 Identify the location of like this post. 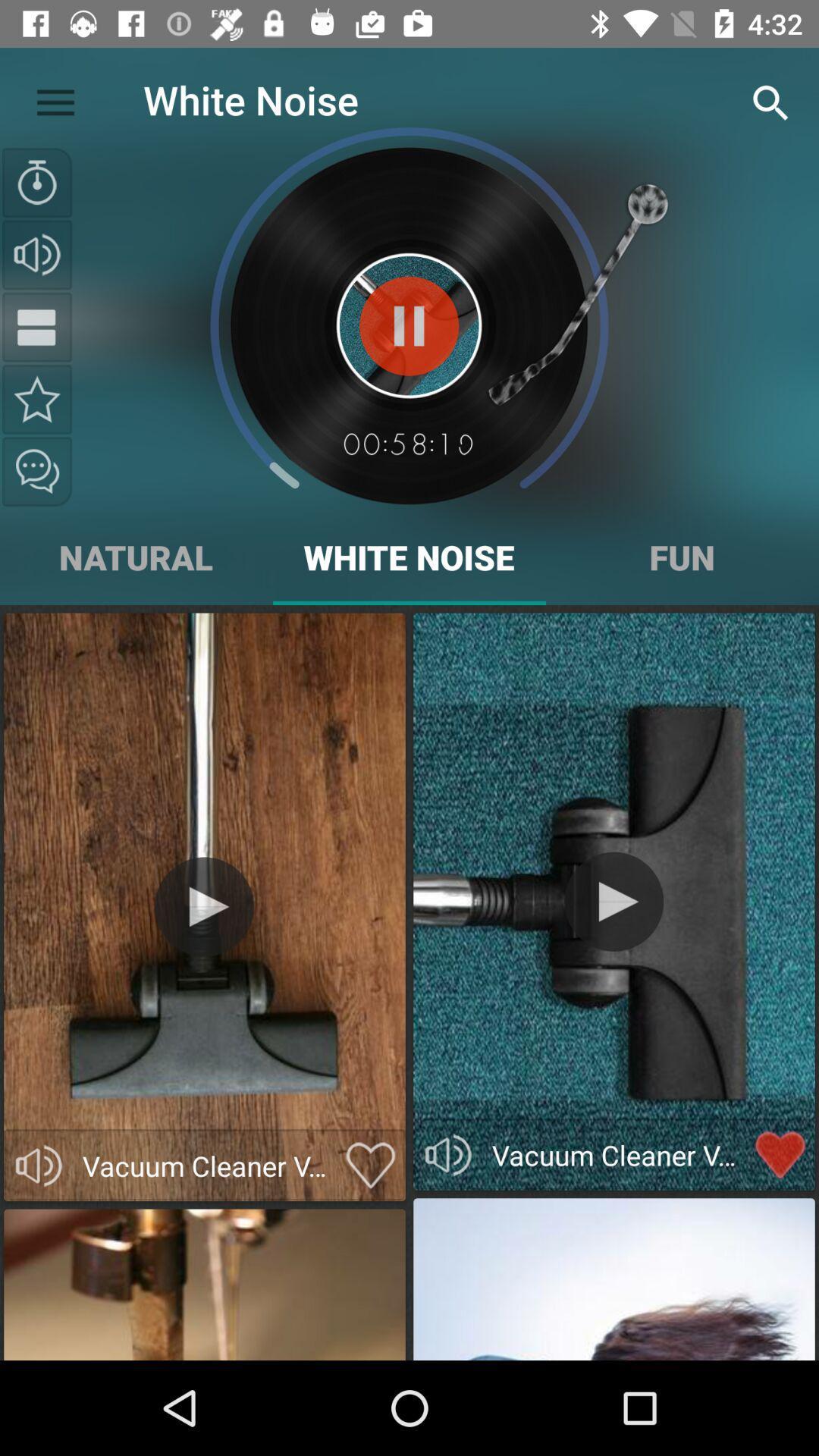
(371, 1165).